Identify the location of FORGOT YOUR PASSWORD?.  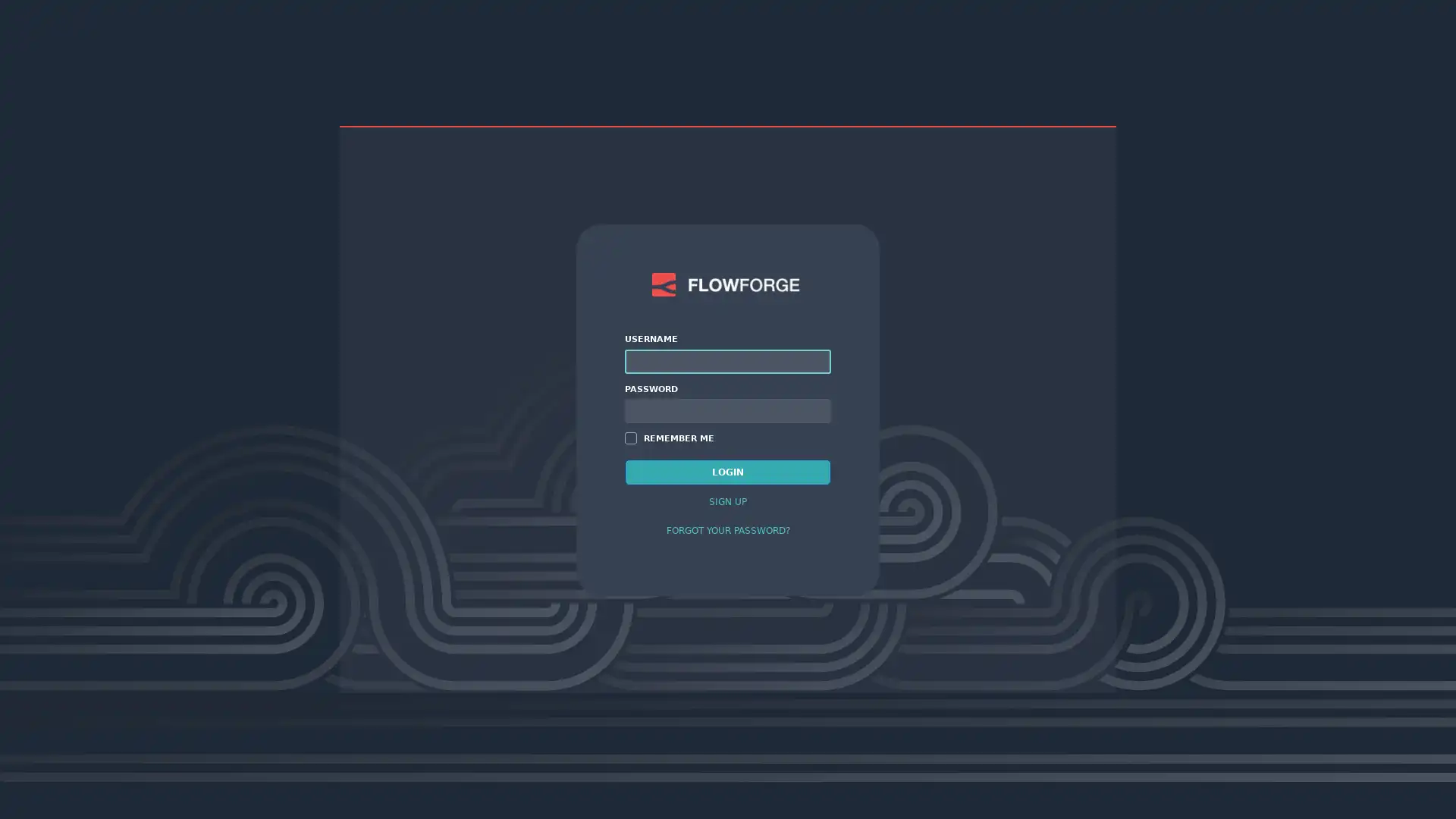
(728, 529).